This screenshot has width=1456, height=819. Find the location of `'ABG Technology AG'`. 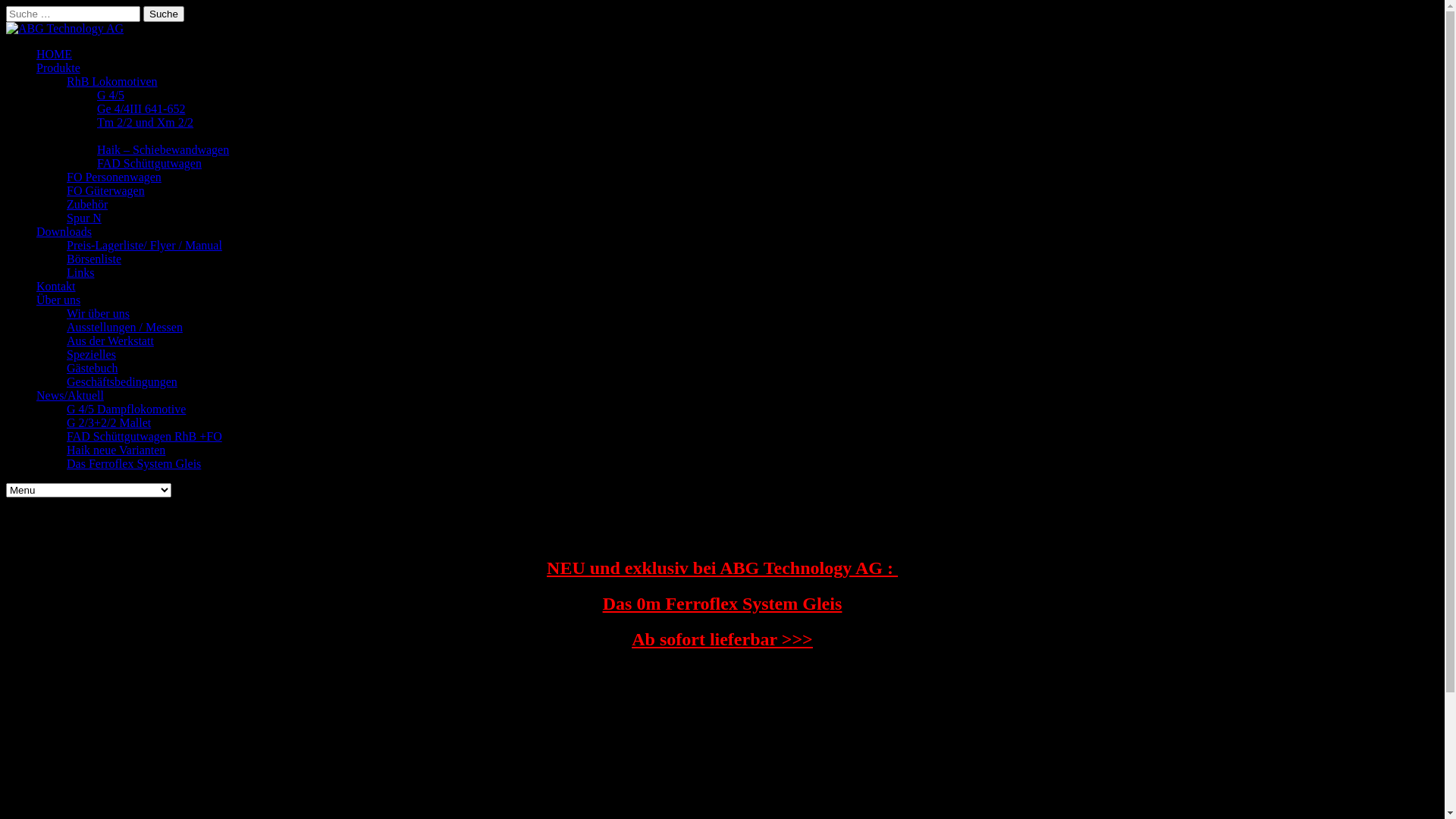

'ABG Technology AG' is located at coordinates (64, 28).